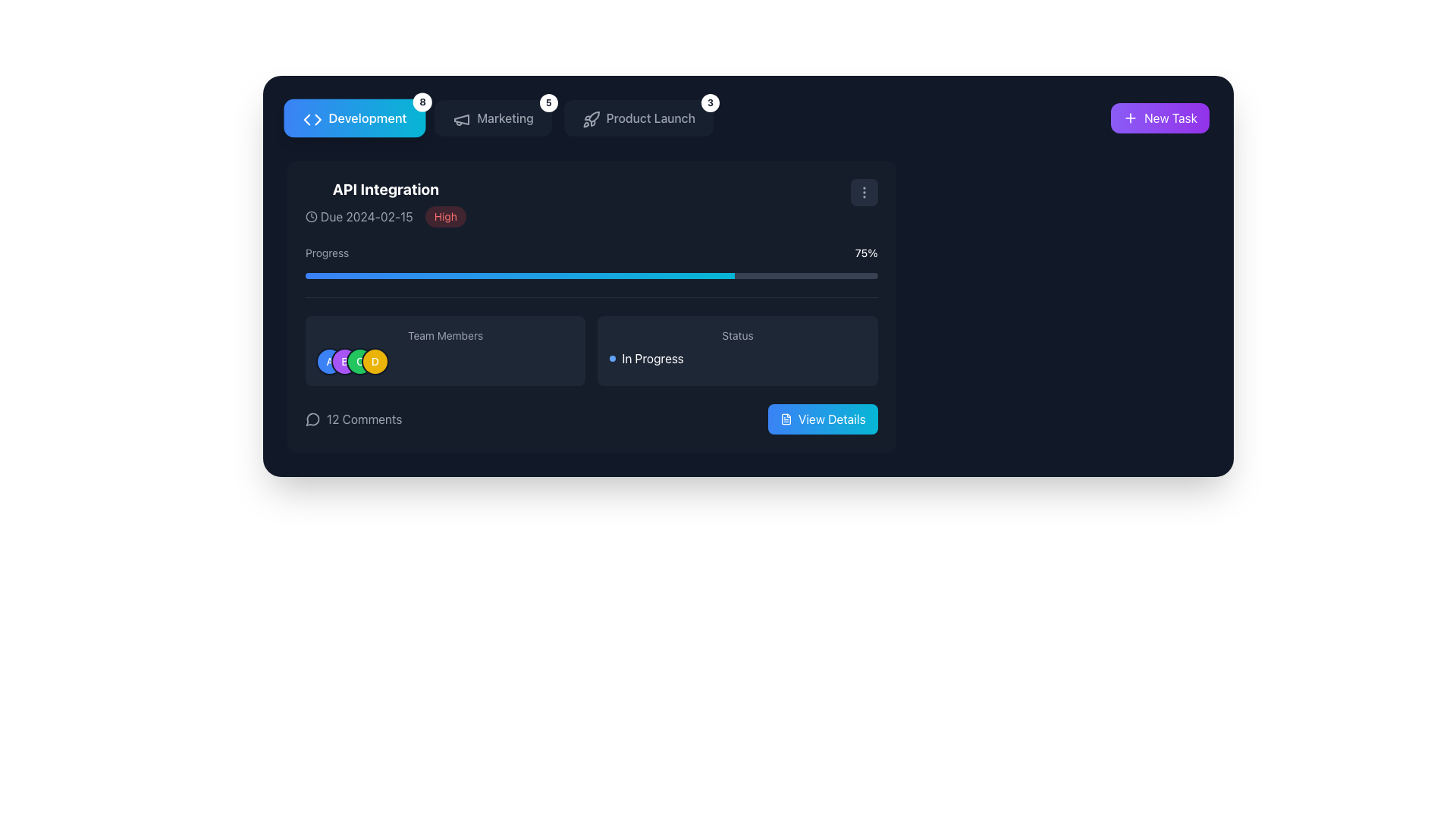  What do you see at coordinates (461, 119) in the screenshot?
I see `the megaphone icon located in the 'Marketing' tab of the top navigation bar, which is styled with thin strokes and light gray color on a dark background` at bounding box center [461, 119].